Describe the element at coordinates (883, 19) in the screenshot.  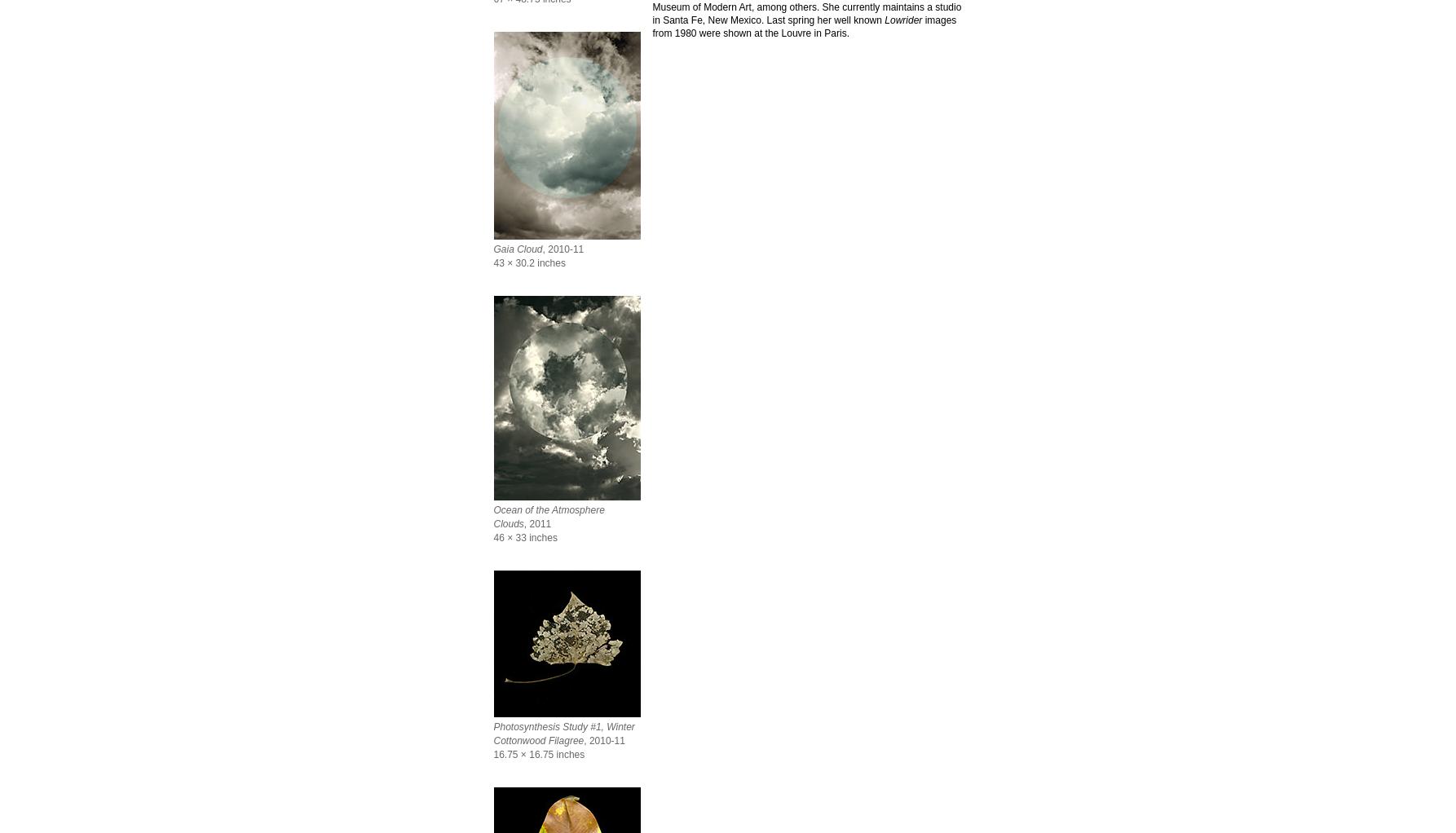
I see `'Lowrider'` at that location.